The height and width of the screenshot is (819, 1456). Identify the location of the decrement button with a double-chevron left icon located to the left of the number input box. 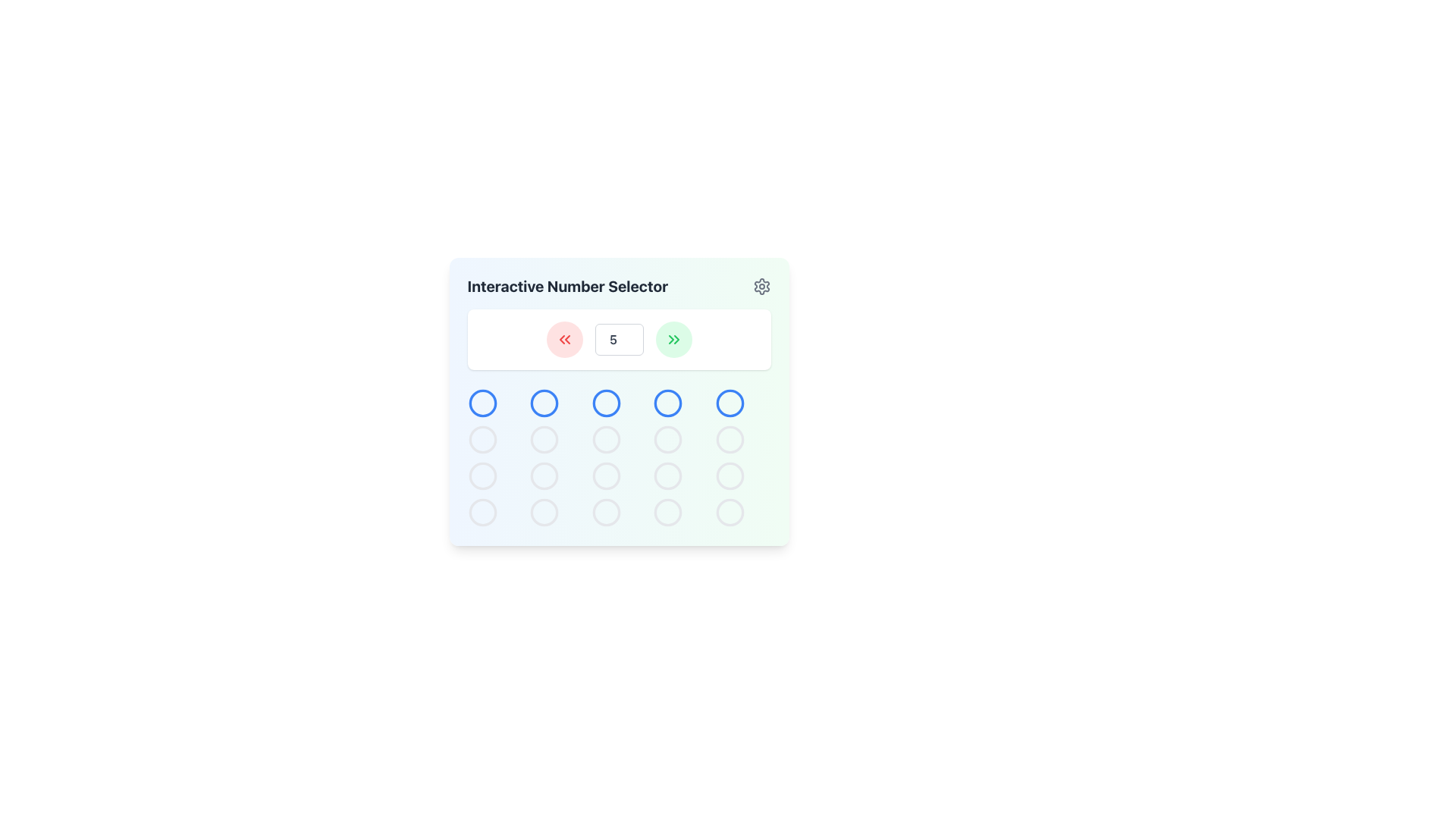
(563, 338).